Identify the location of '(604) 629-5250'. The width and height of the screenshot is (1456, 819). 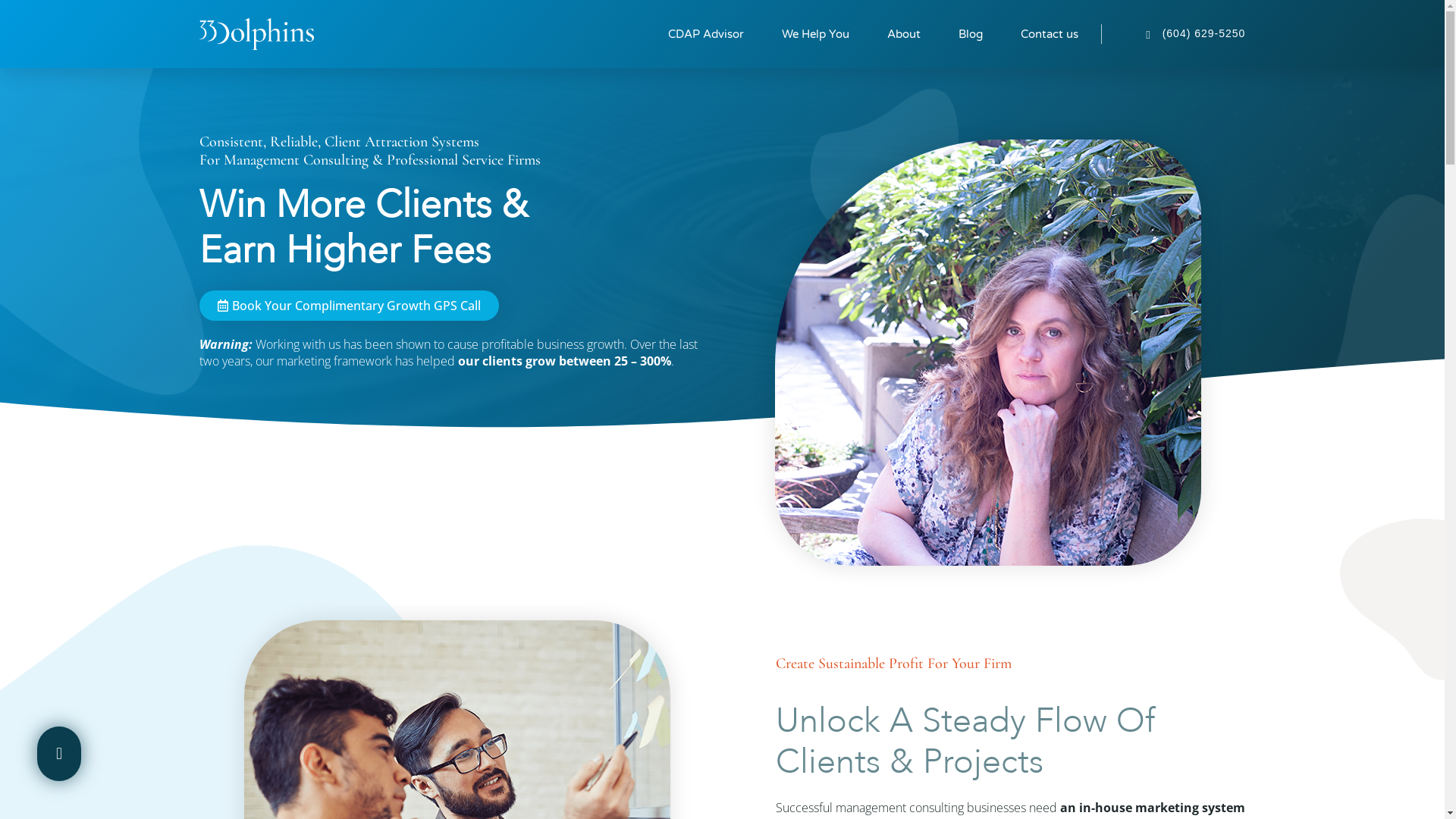
(1172, 34).